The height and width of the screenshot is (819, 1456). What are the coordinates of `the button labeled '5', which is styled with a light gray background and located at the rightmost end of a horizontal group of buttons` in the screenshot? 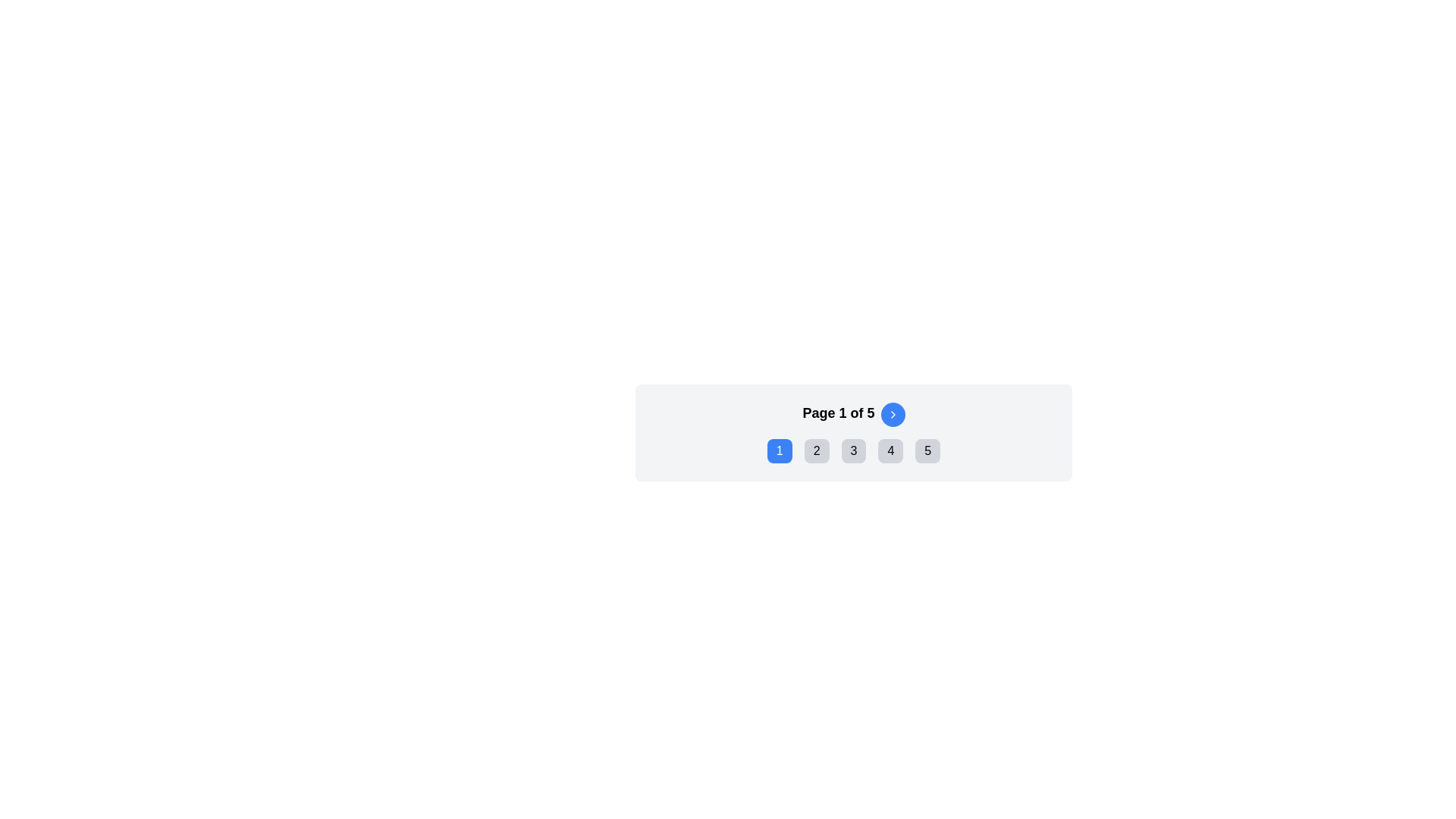 It's located at (927, 450).